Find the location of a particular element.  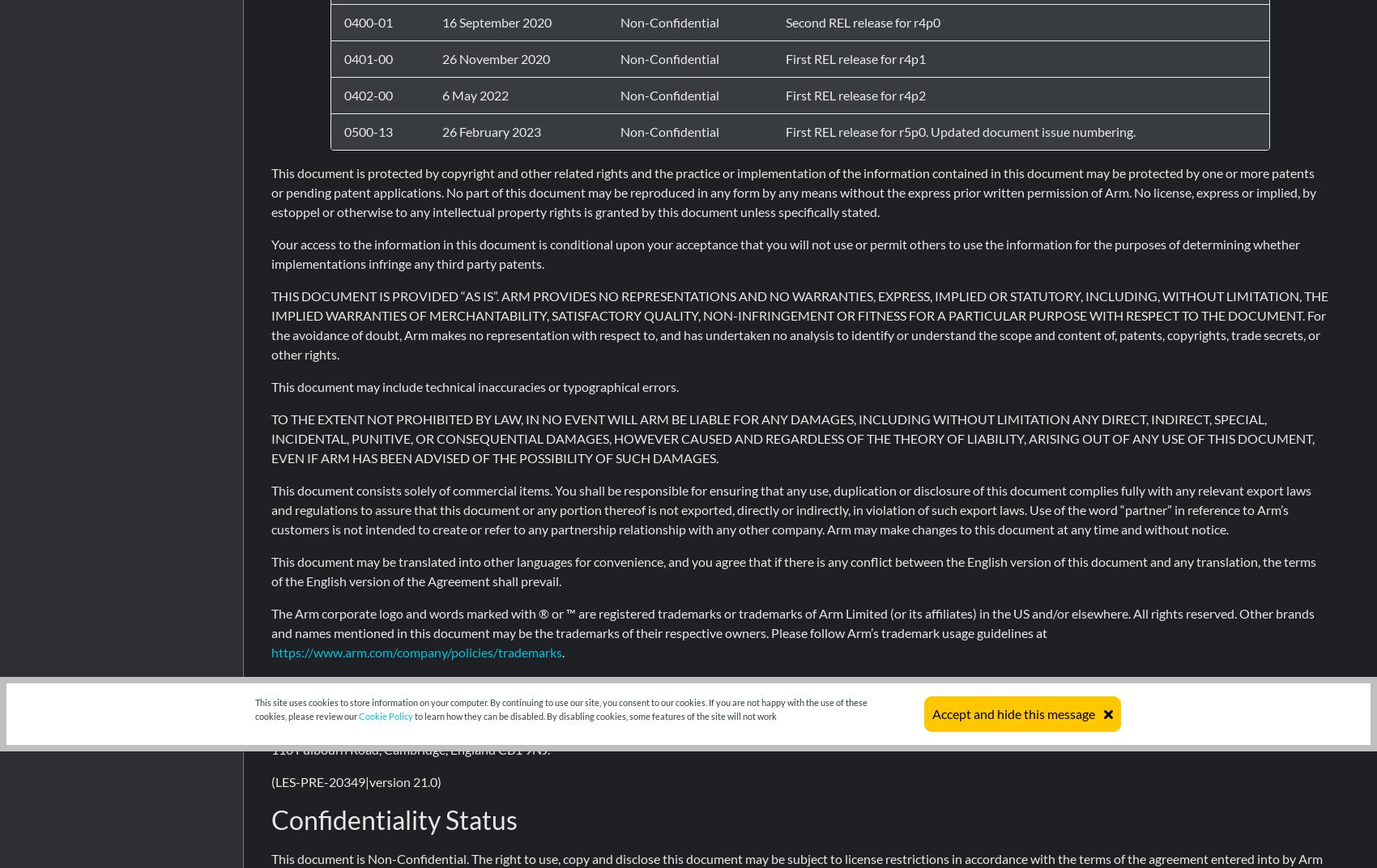

'0400-01' is located at coordinates (368, 21).